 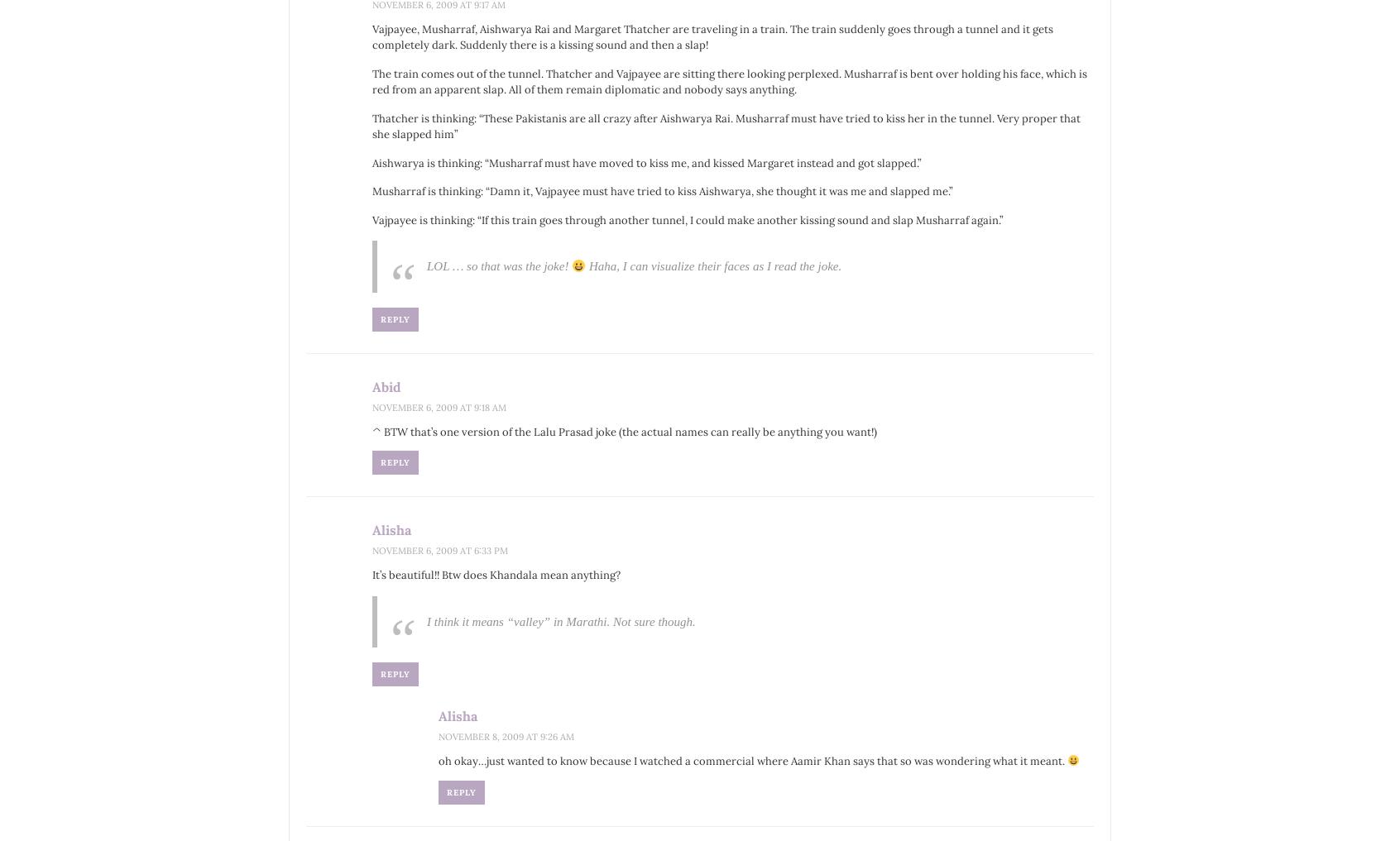 What do you see at coordinates (372, 406) in the screenshot?
I see `'November 6, 2009 at 9:18 am'` at bounding box center [372, 406].